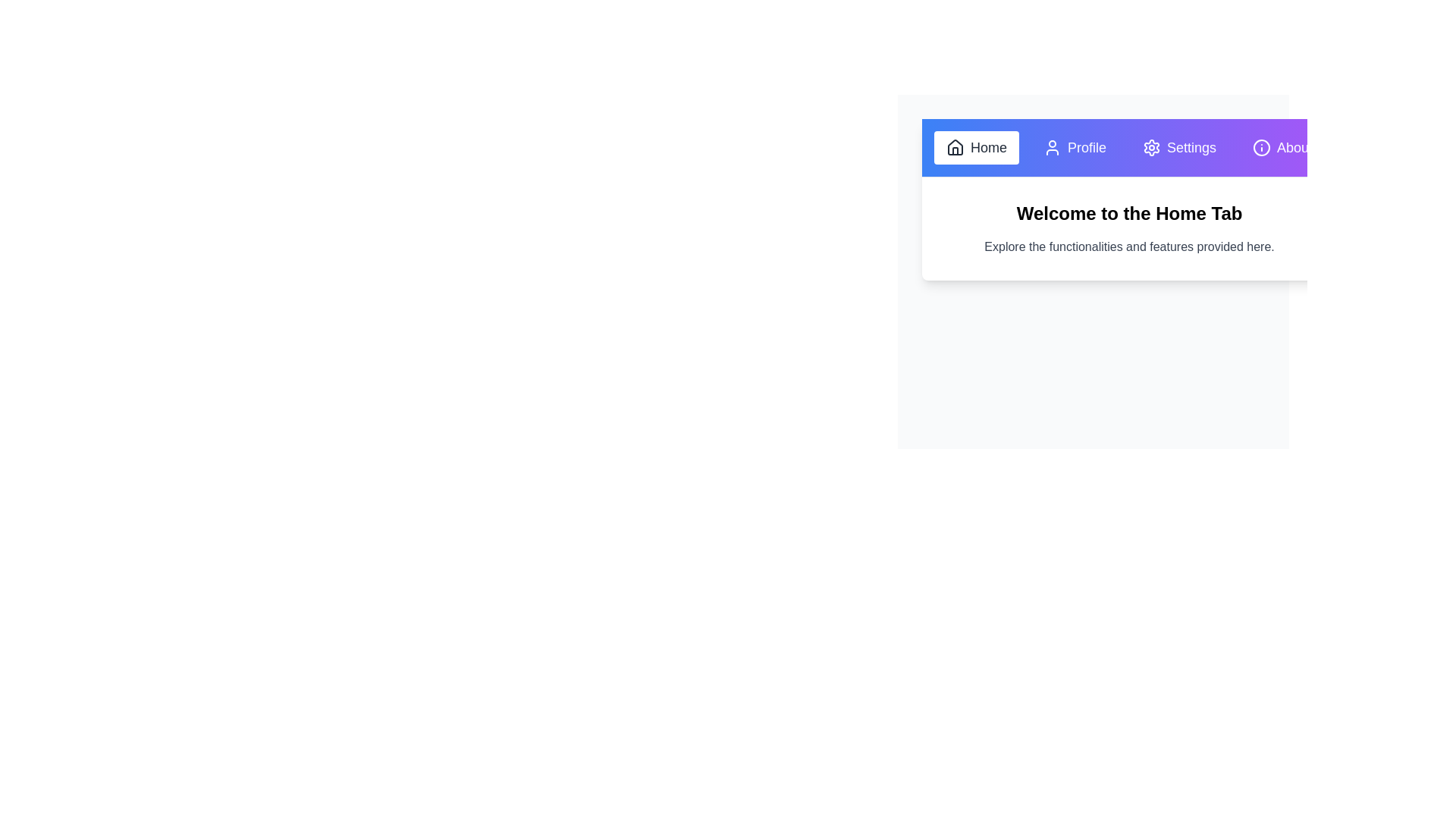 The image size is (1456, 819). I want to click on the door icon of the house representation, which is a rectangular shape located at the bottom center of the house icon, so click(954, 151).